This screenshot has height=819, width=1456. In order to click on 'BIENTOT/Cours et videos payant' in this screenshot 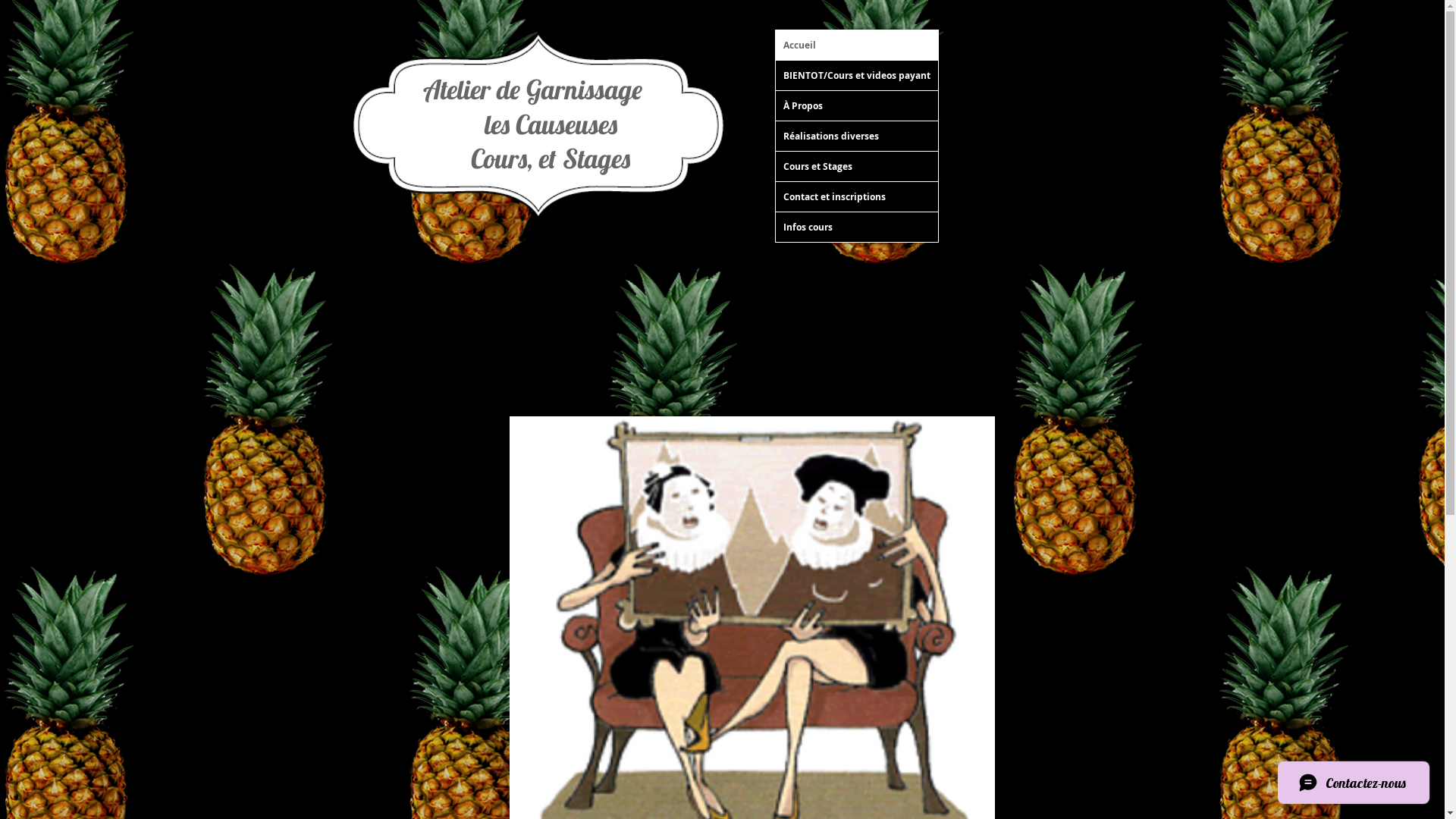, I will do `click(775, 75)`.